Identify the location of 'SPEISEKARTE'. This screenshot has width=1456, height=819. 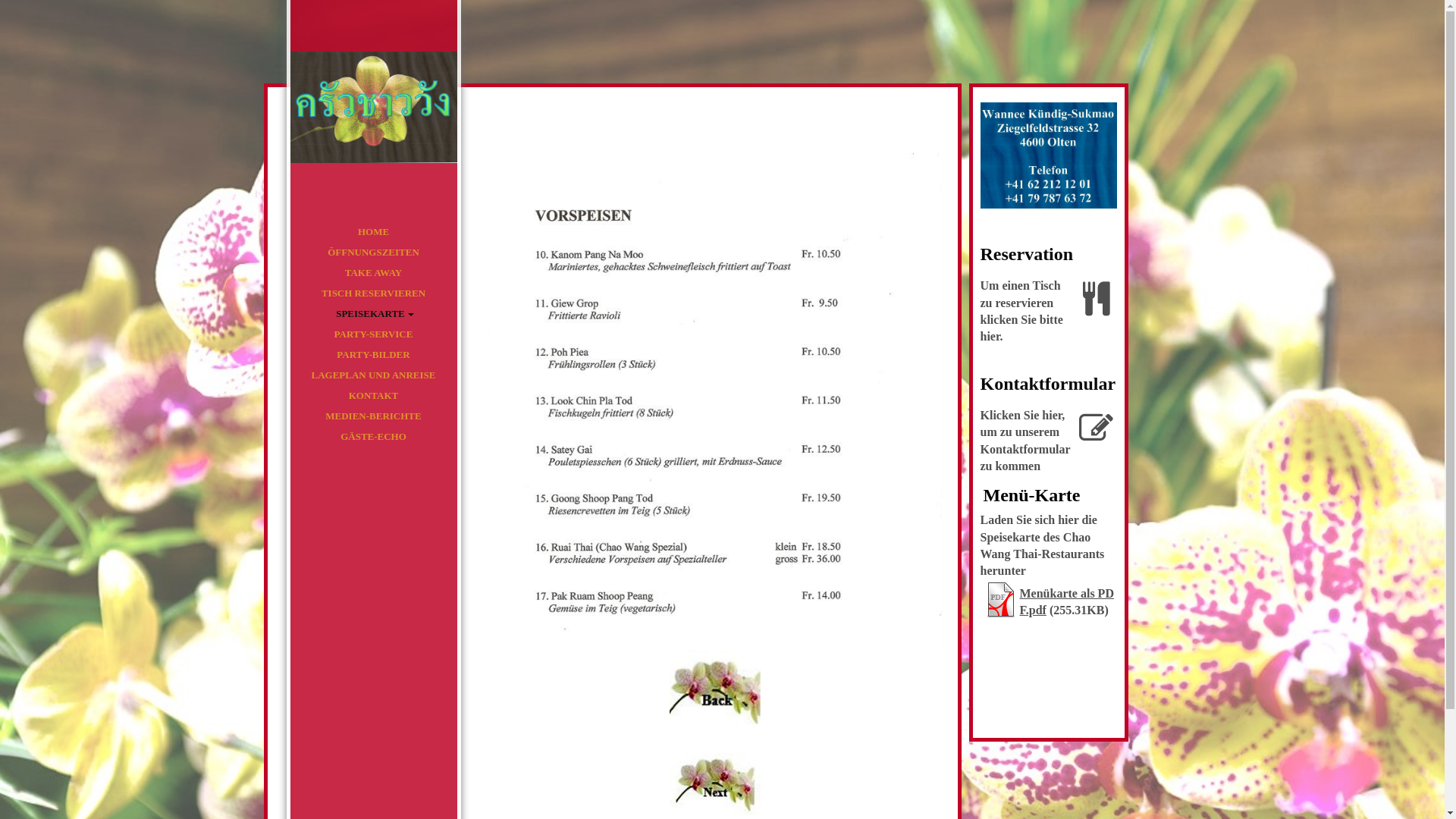
(372, 312).